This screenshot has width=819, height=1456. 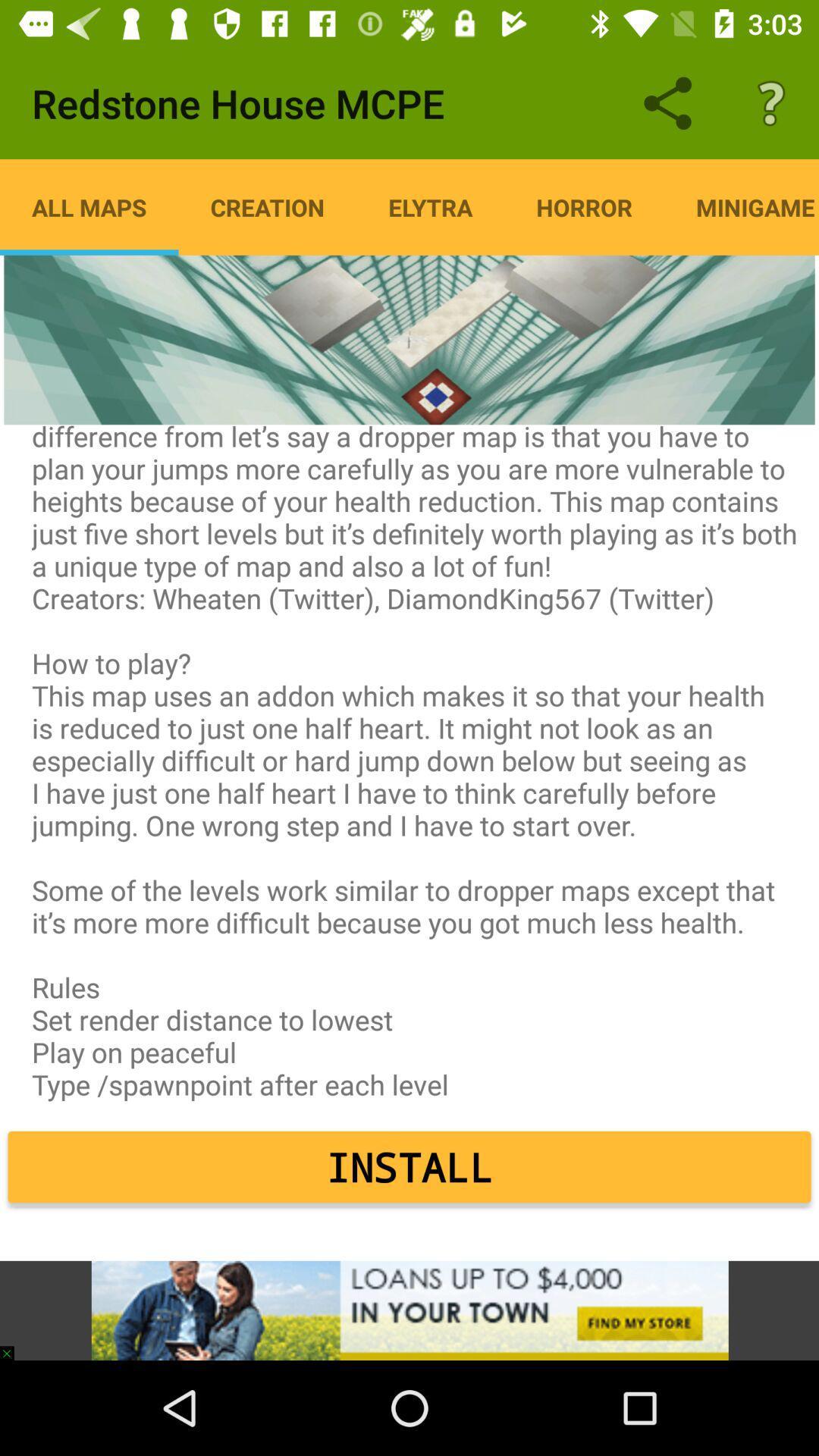 I want to click on advertisement, so click(x=409, y=1310).